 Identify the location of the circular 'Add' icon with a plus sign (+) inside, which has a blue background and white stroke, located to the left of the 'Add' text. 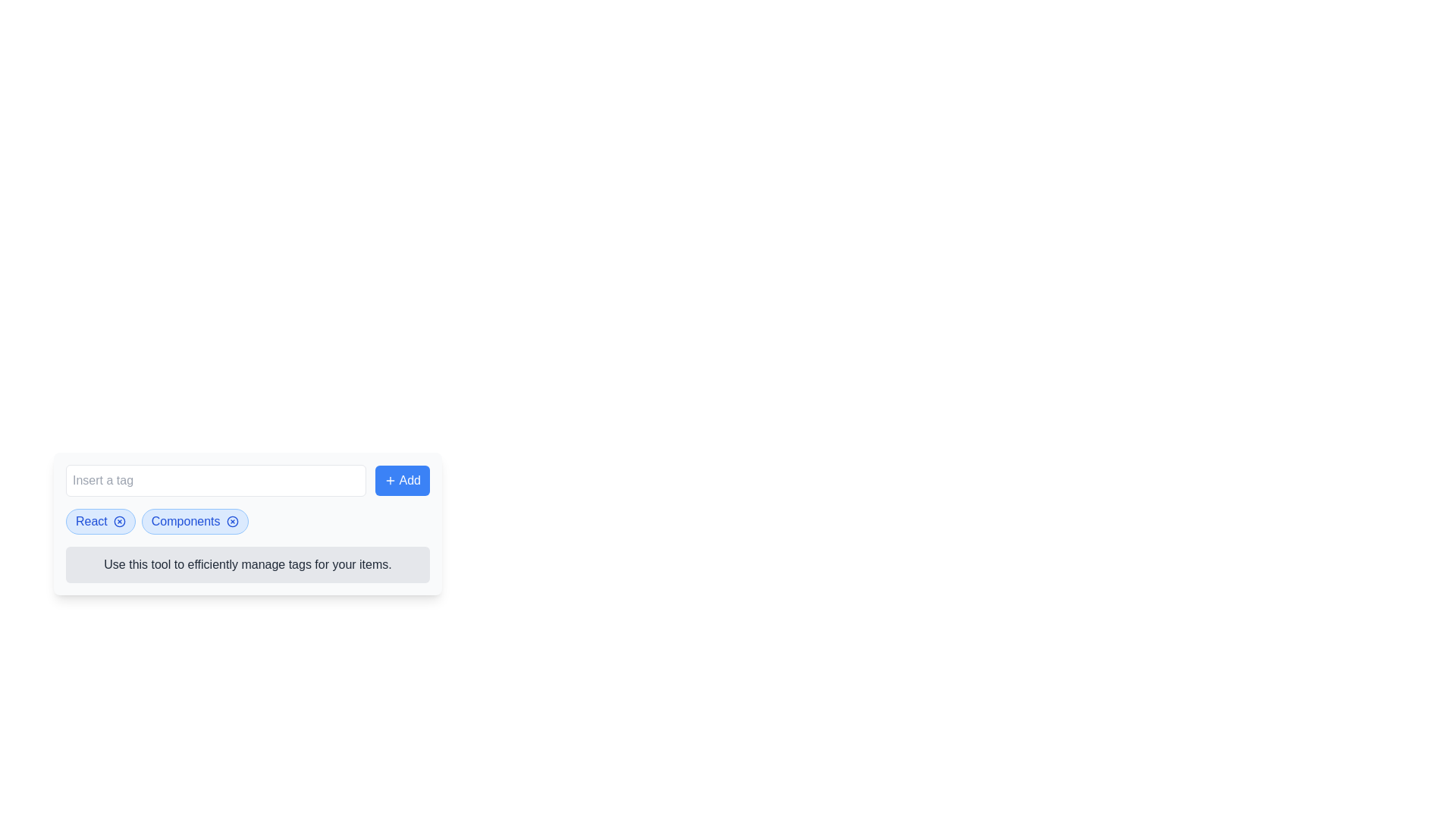
(390, 480).